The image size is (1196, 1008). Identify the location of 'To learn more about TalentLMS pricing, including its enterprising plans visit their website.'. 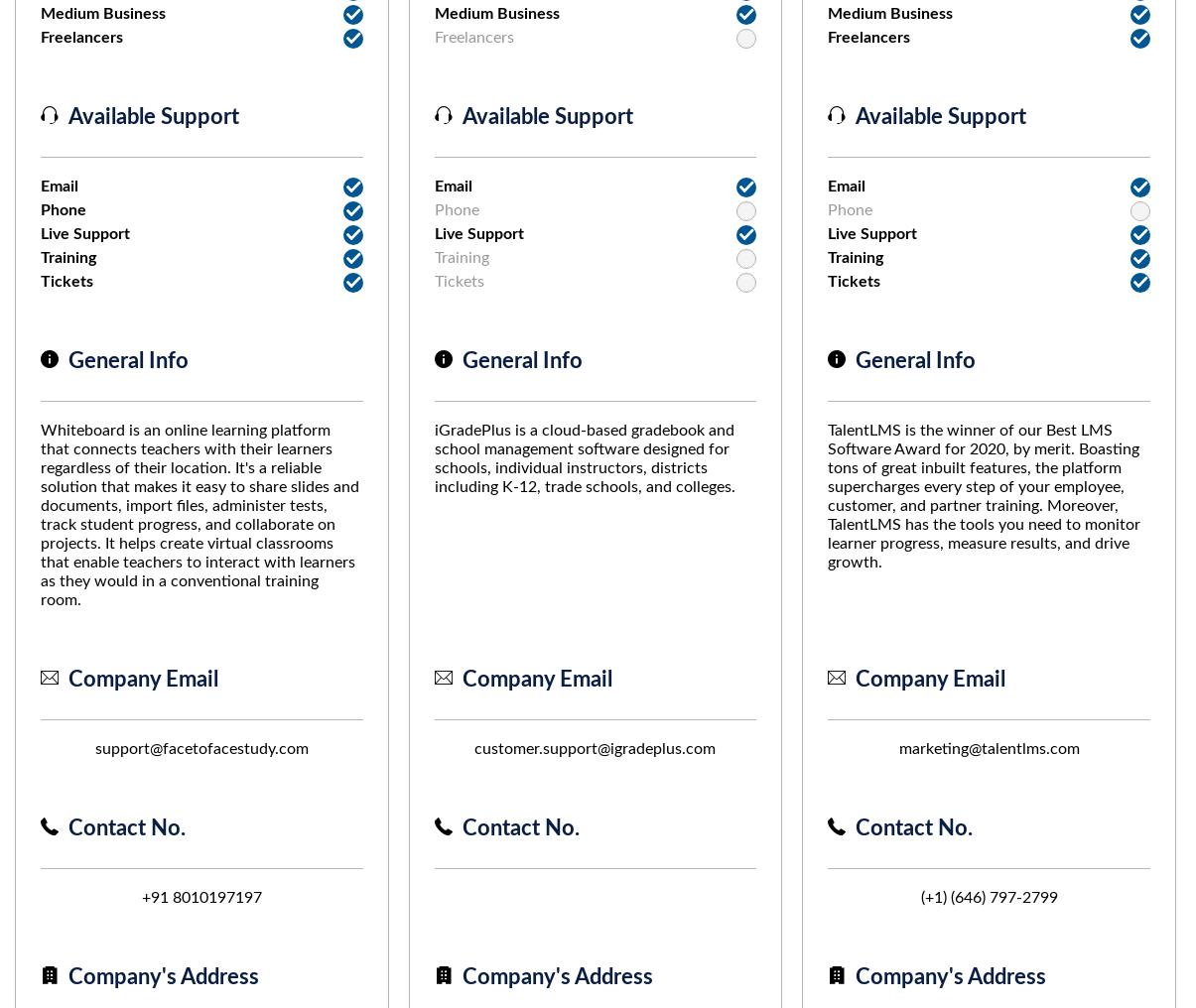
(969, 66).